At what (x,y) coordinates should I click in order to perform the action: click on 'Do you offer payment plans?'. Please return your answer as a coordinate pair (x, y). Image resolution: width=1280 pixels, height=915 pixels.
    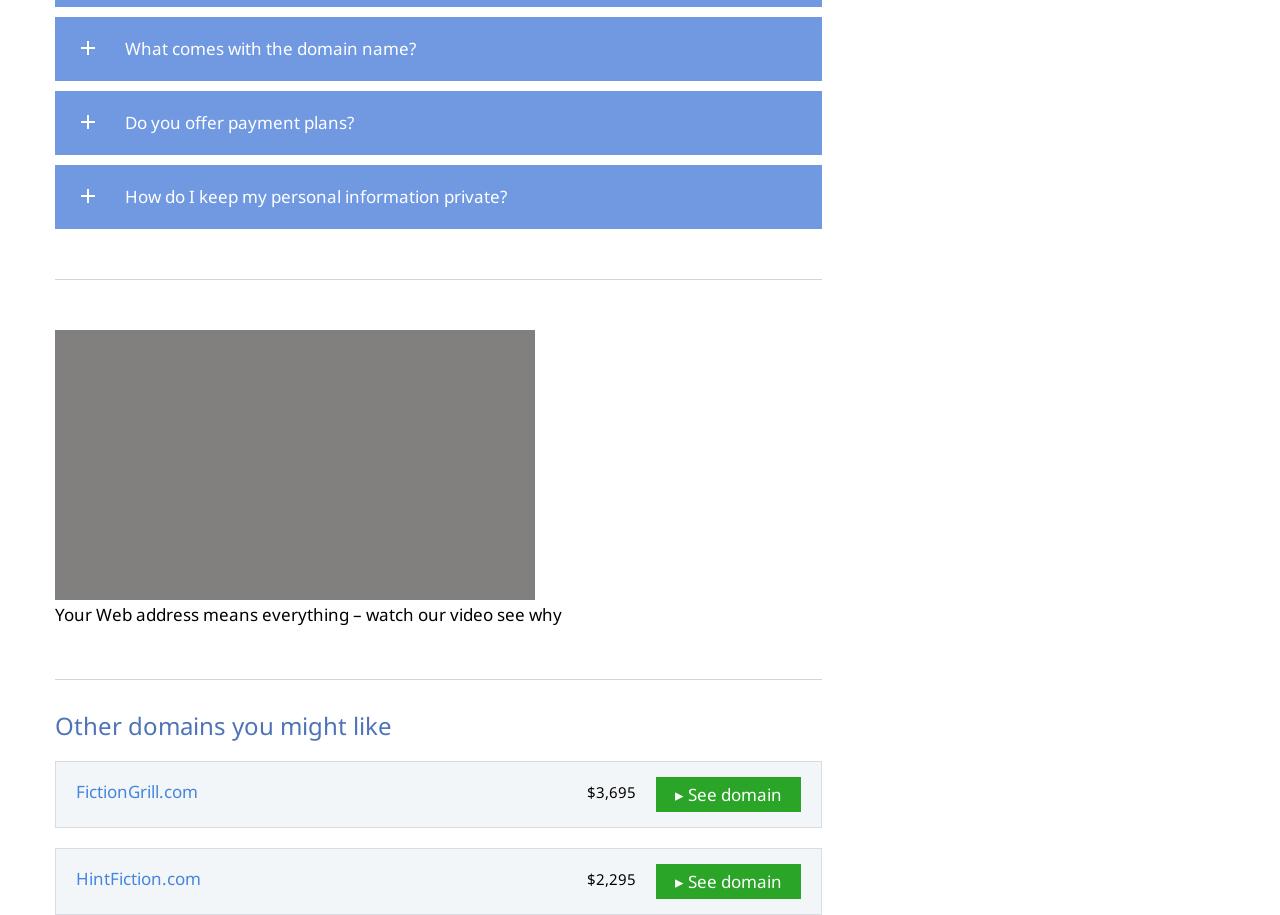
    Looking at the image, I should click on (239, 122).